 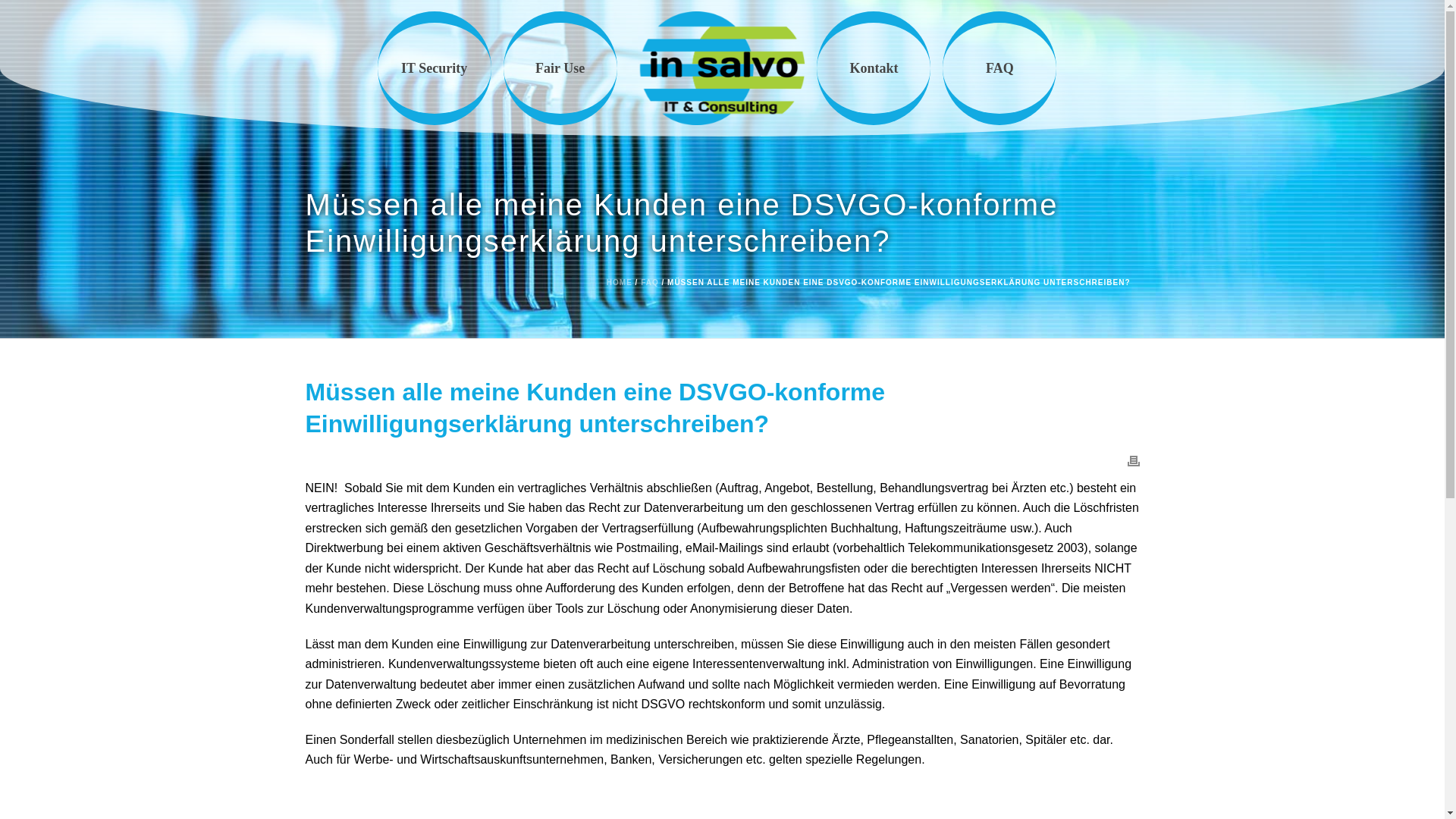 I want to click on 'Kontakt', so click(x=874, y=67).